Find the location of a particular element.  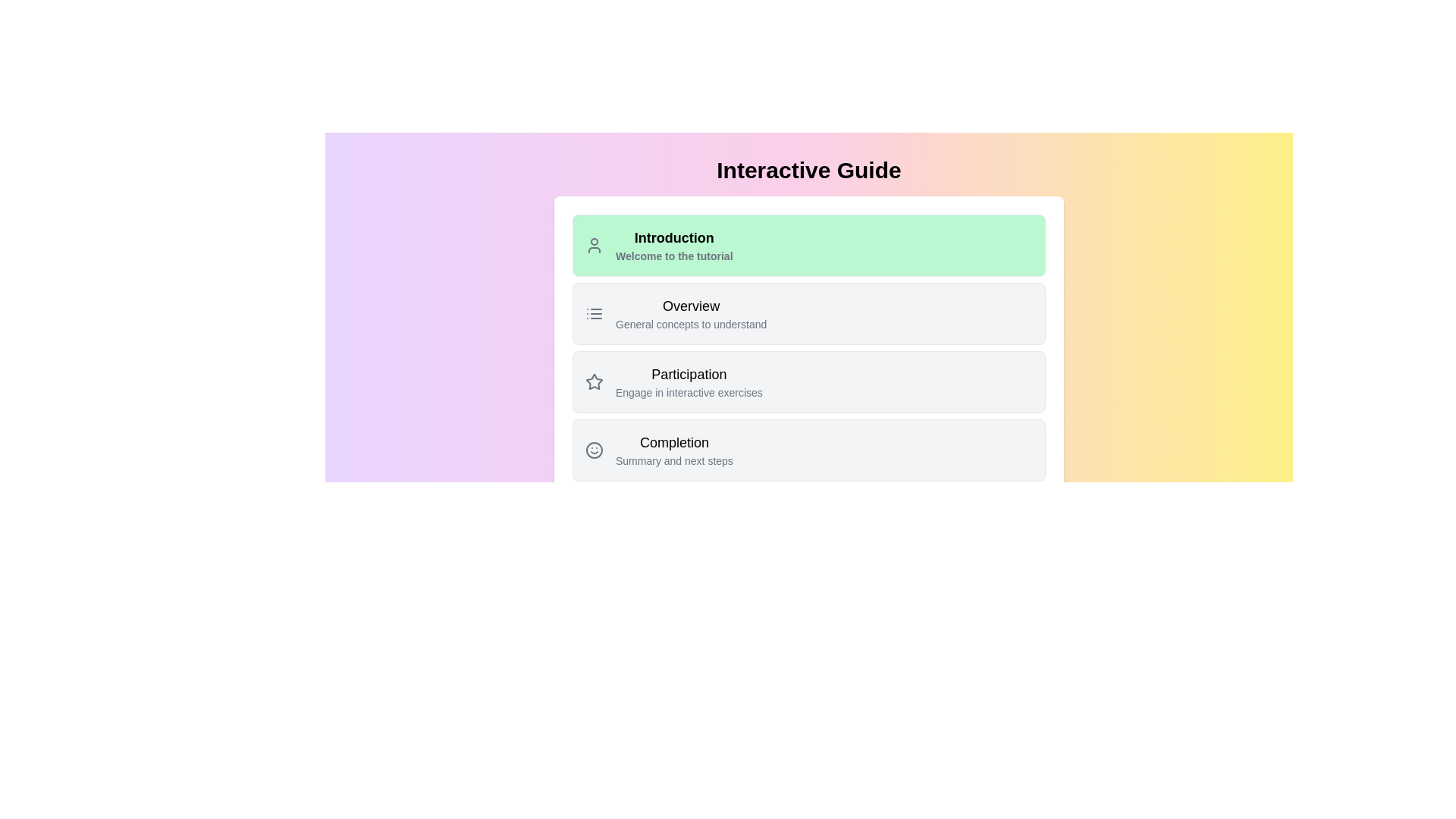

the circular graphical icon representing a smiling face in the 'Completion' section to enhance user engagement is located at coordinates (593, 450).